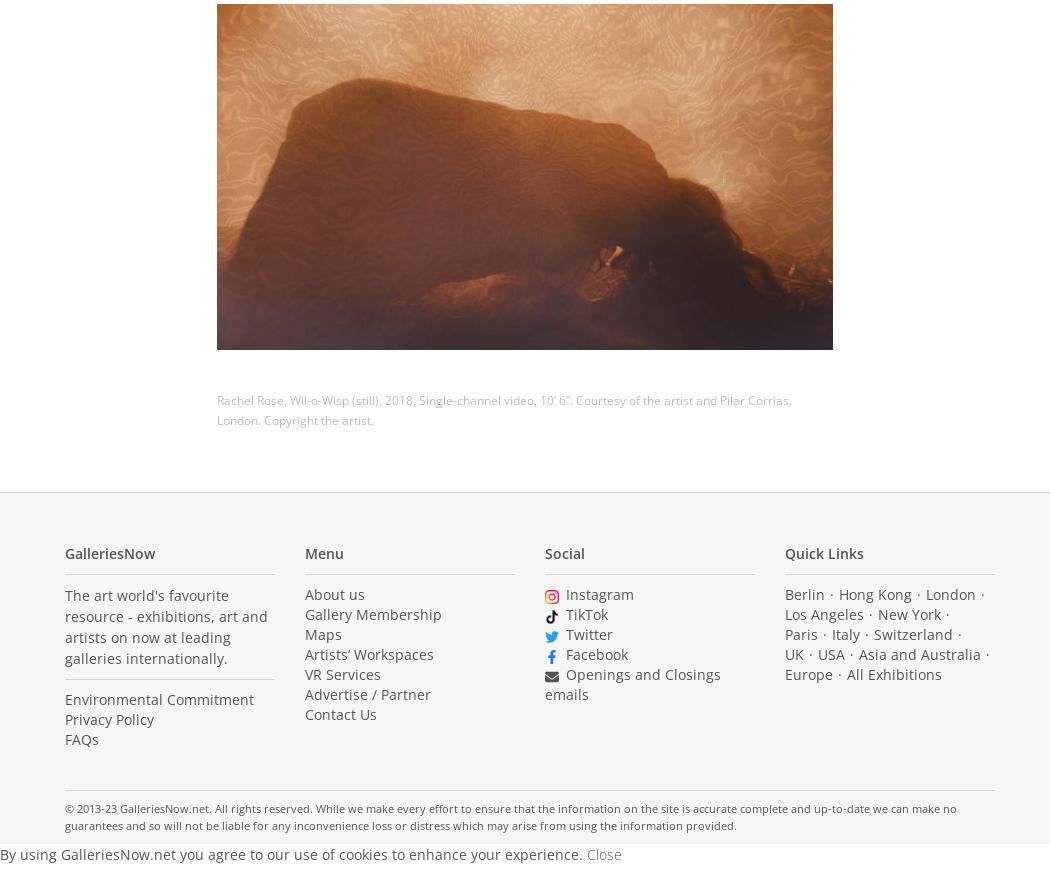  I want to click on 'About us', so click(305, 593).